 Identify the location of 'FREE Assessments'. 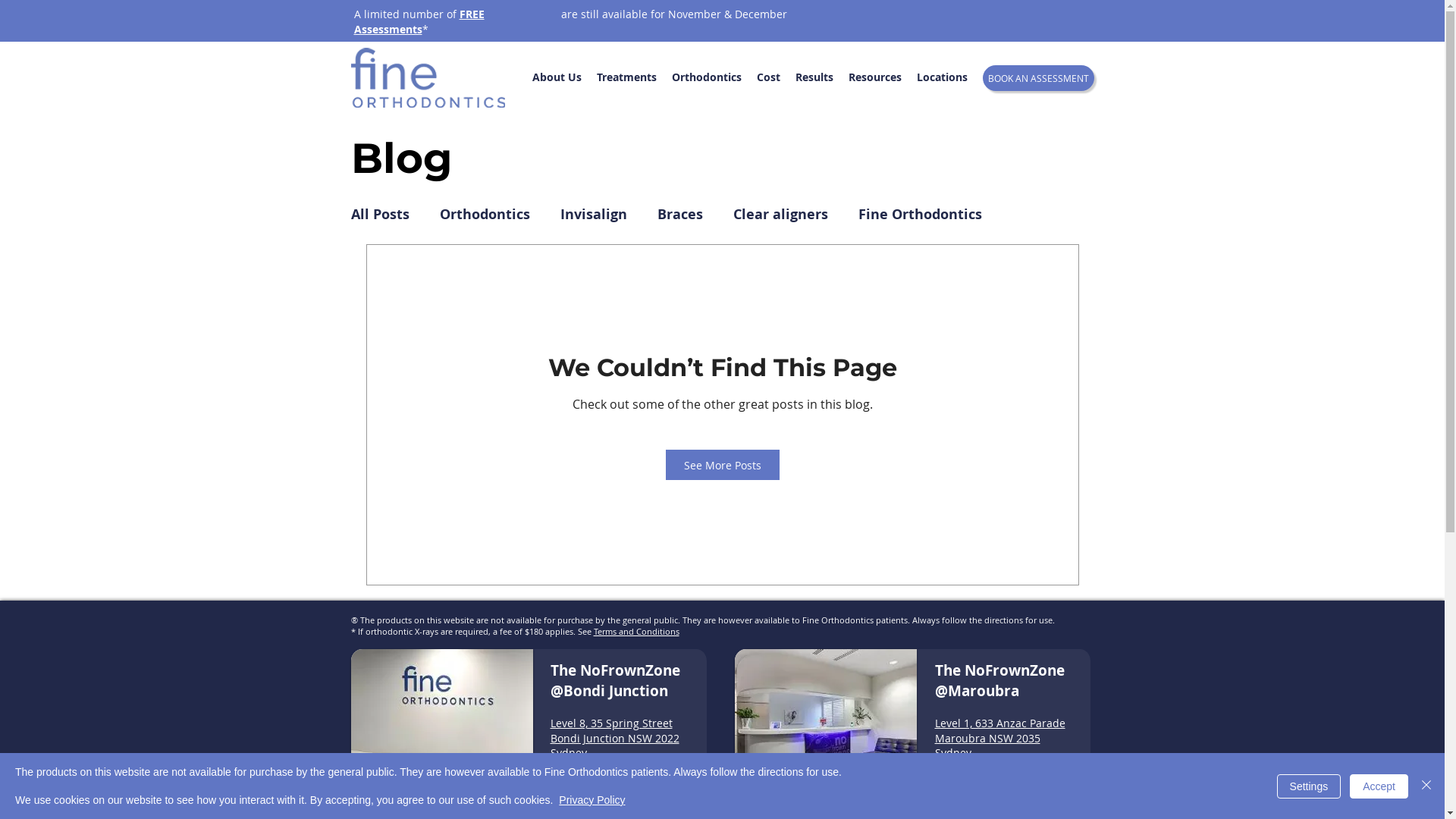
(419, 21).